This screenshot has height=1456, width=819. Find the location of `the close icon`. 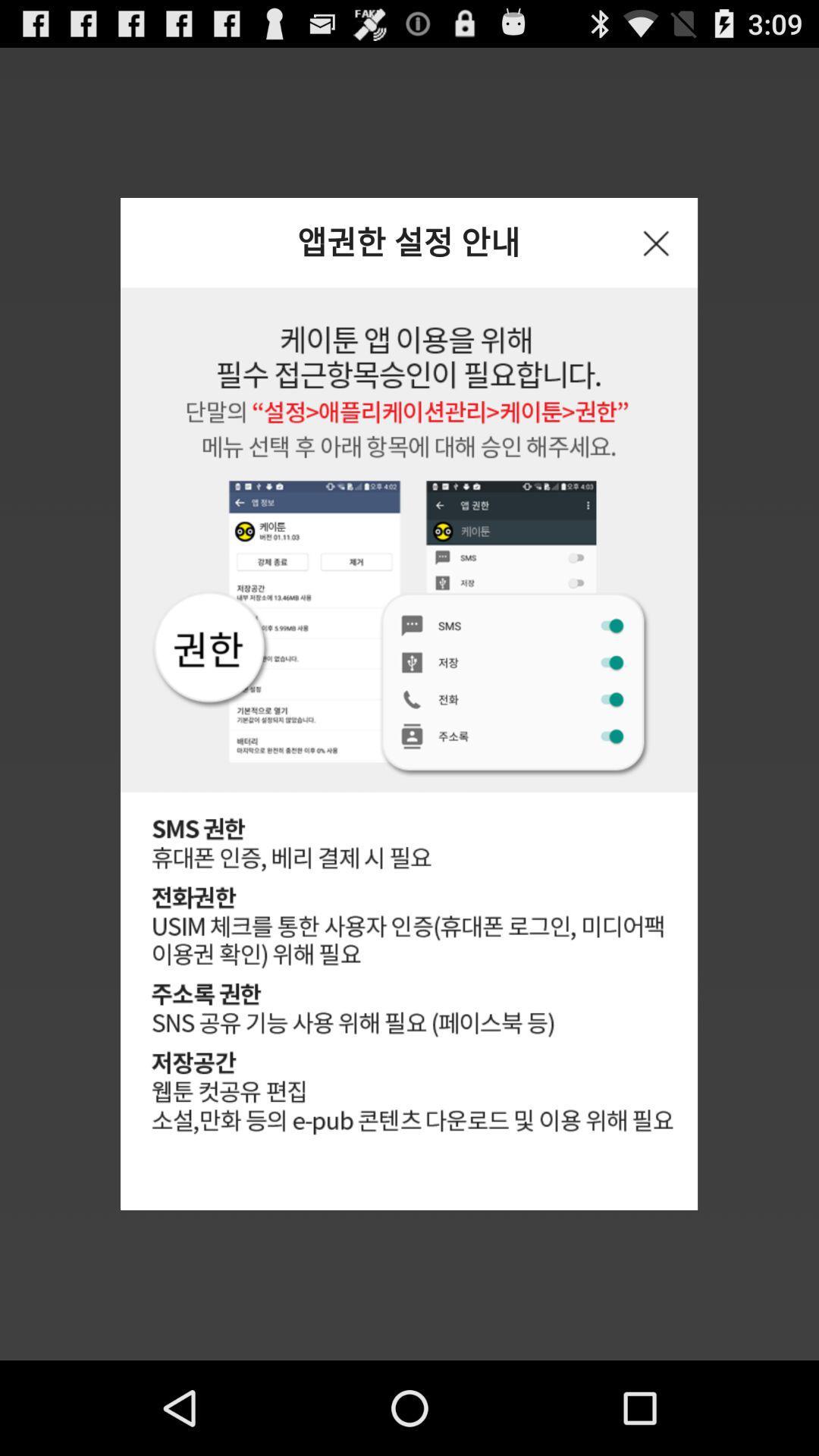

the close icon is located at coordinates (655, 259).